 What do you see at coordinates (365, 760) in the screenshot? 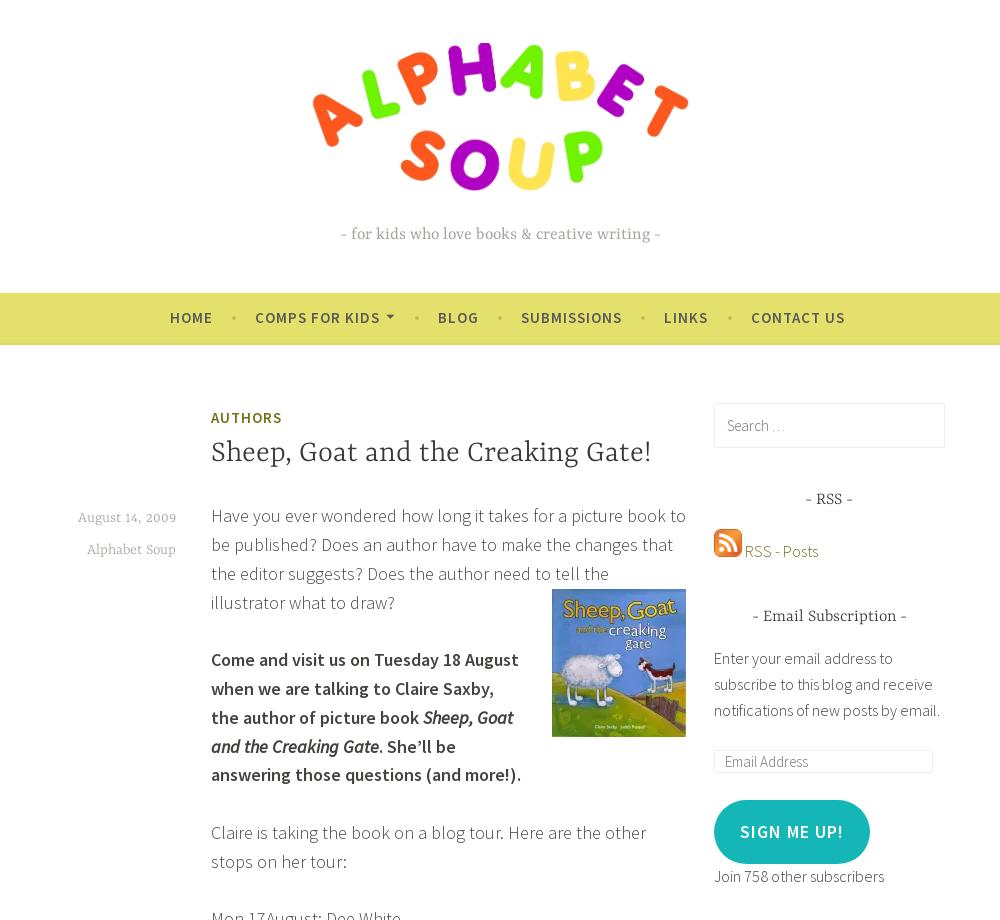
I see `'. She’ll be answering those questions (and more!).'` at bounding box center [365, 760].